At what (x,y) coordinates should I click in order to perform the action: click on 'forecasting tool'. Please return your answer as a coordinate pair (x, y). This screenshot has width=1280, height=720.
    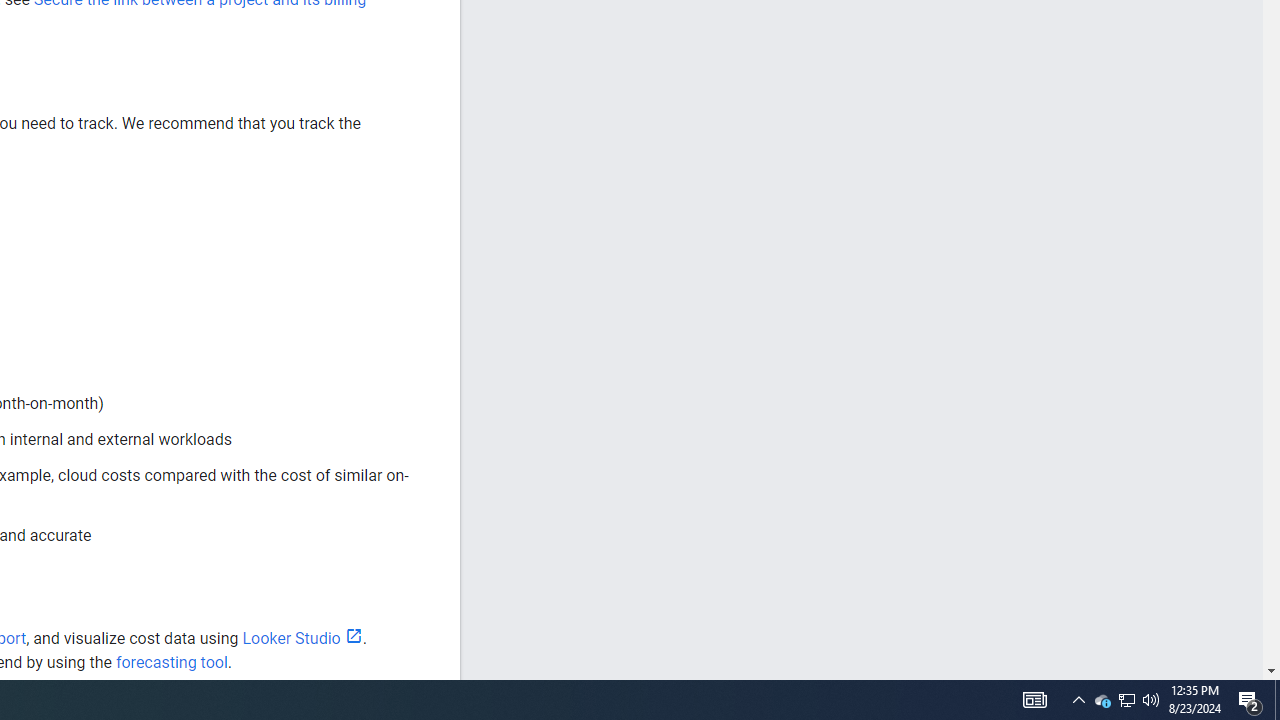
    Looking at the image, I should click on (171, 662).